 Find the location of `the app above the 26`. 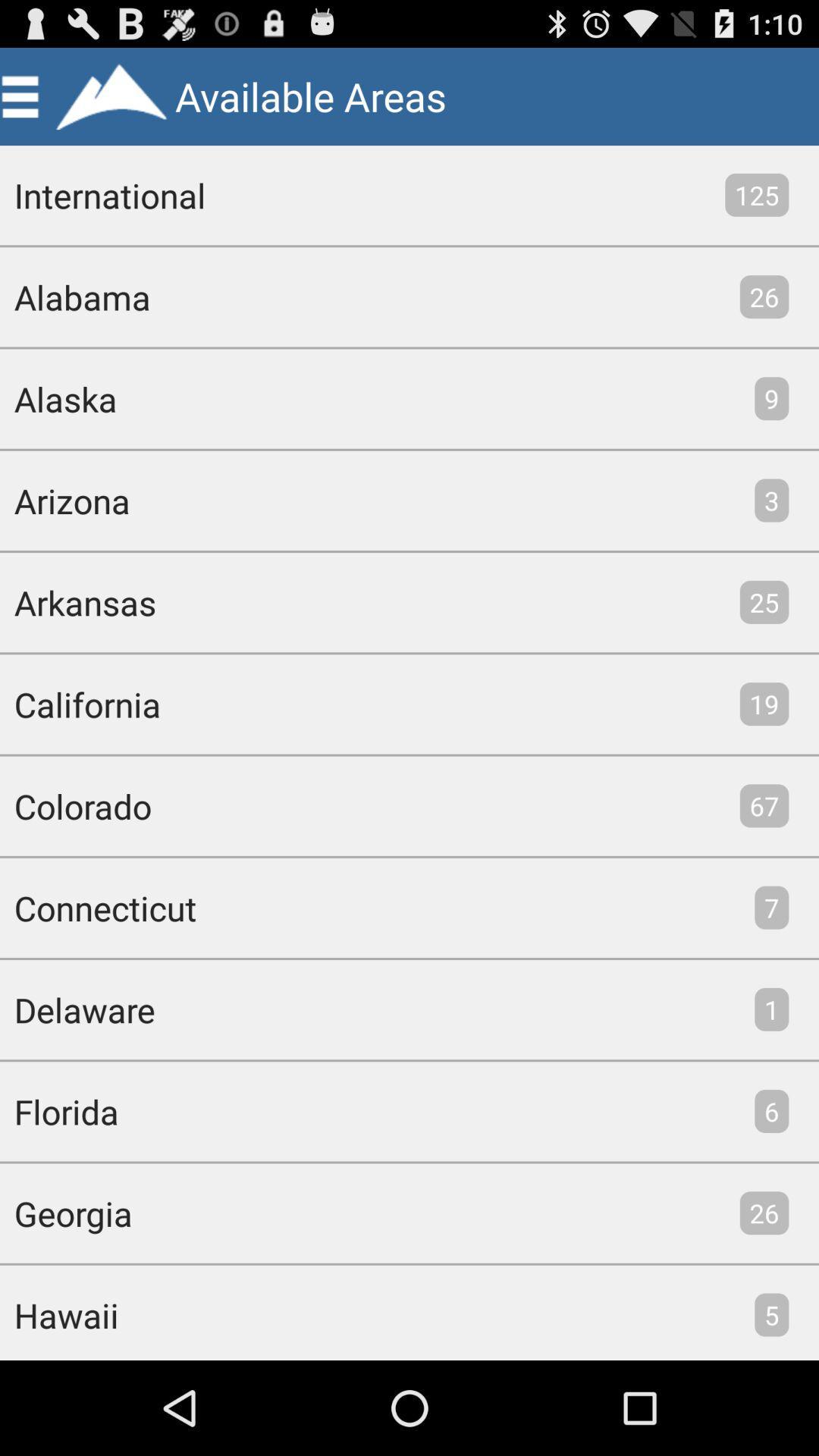

the app above the 26 is located at coordinates (757, 194).